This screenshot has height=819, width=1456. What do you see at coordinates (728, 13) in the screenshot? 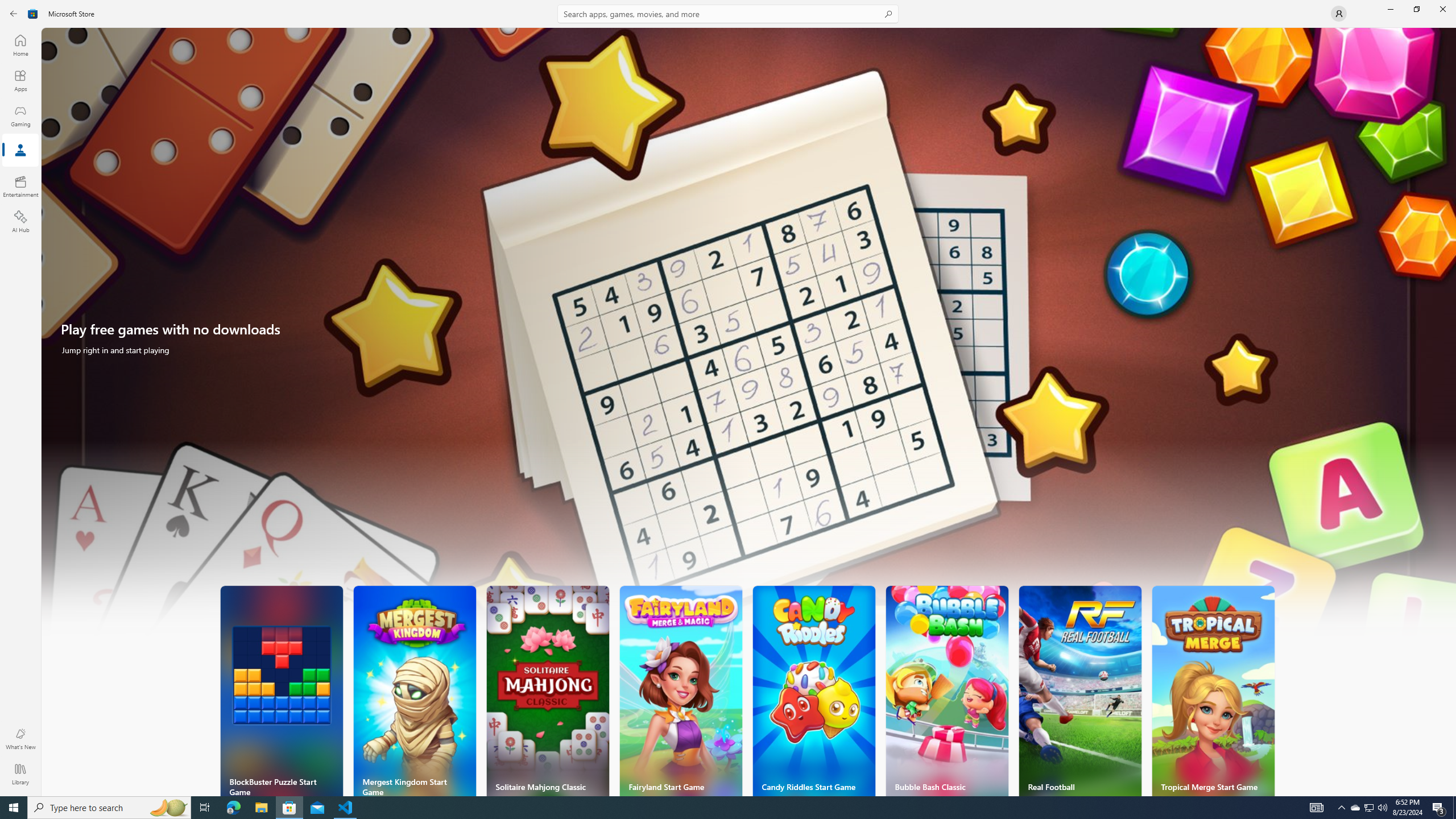
I see `'Search'` at bounding box center [728, 13].